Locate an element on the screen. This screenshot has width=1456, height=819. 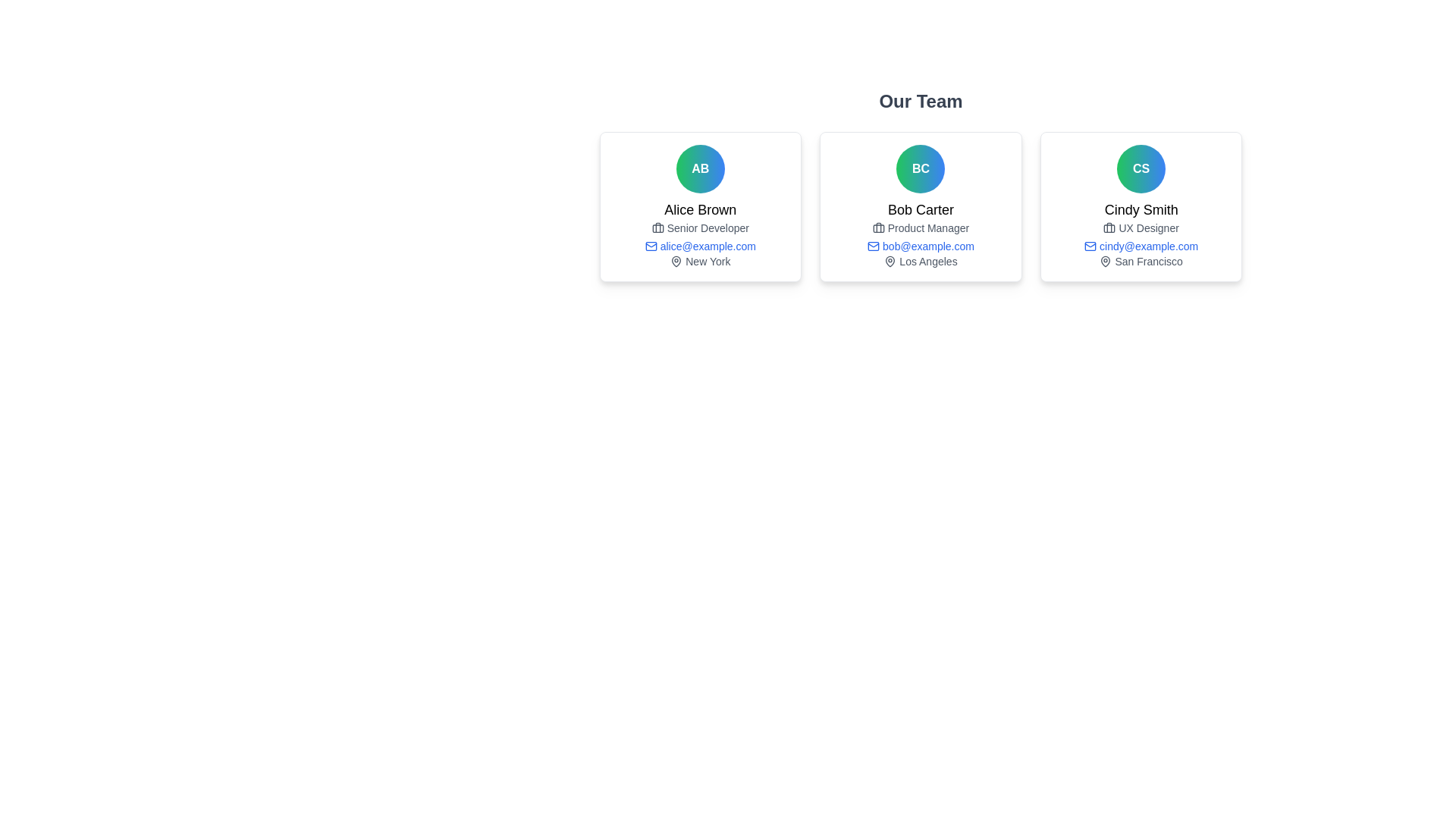
the pin icon located in the second card under the name 'Bob Carter', which signifies location or geotagging and is positioned above the text 'Los Angeles' is located at coordinates (890, 260).